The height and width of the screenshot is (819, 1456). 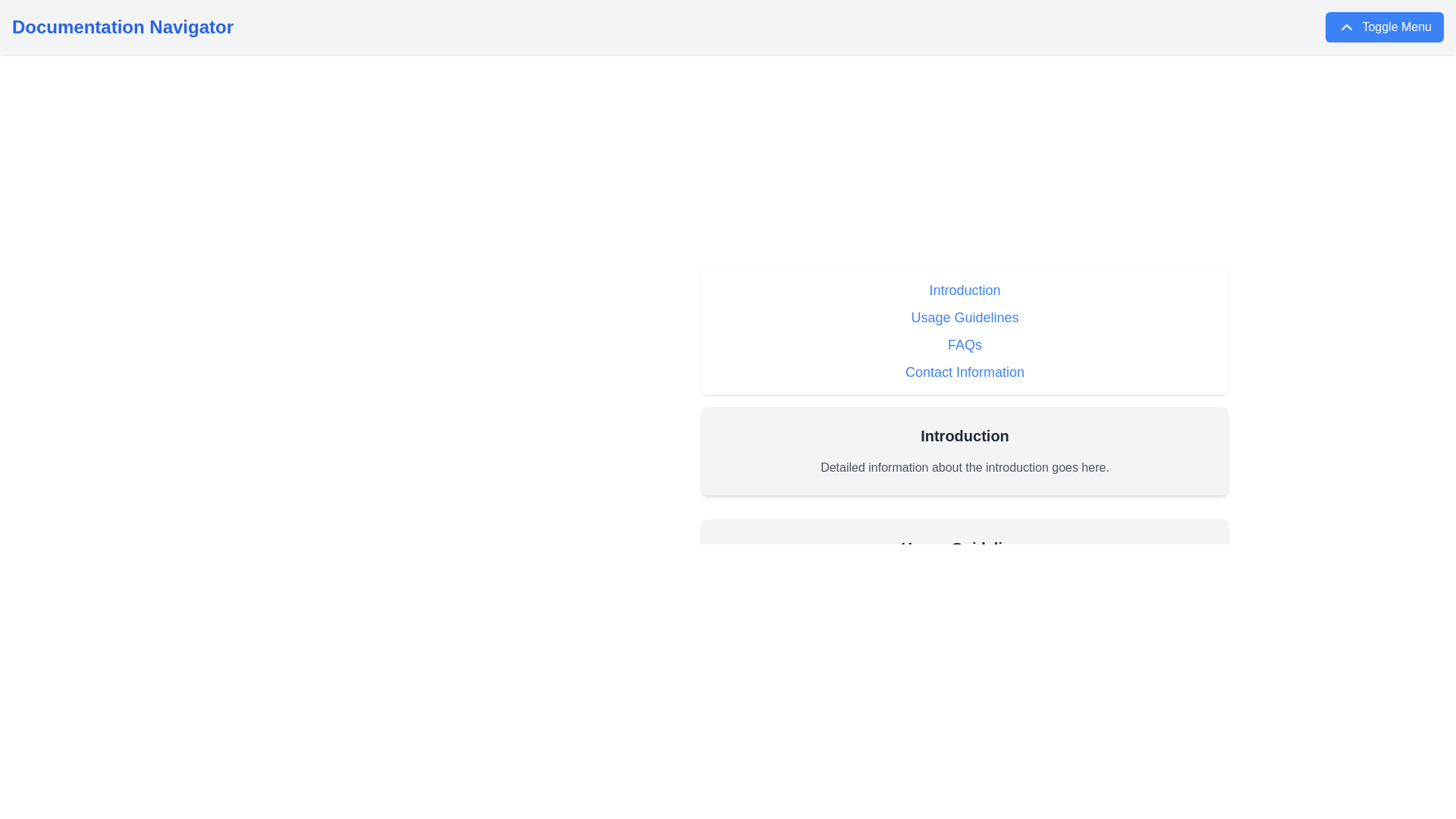 I want to click on an item link in the vertical navigation menu, so click(x=964, y=330).